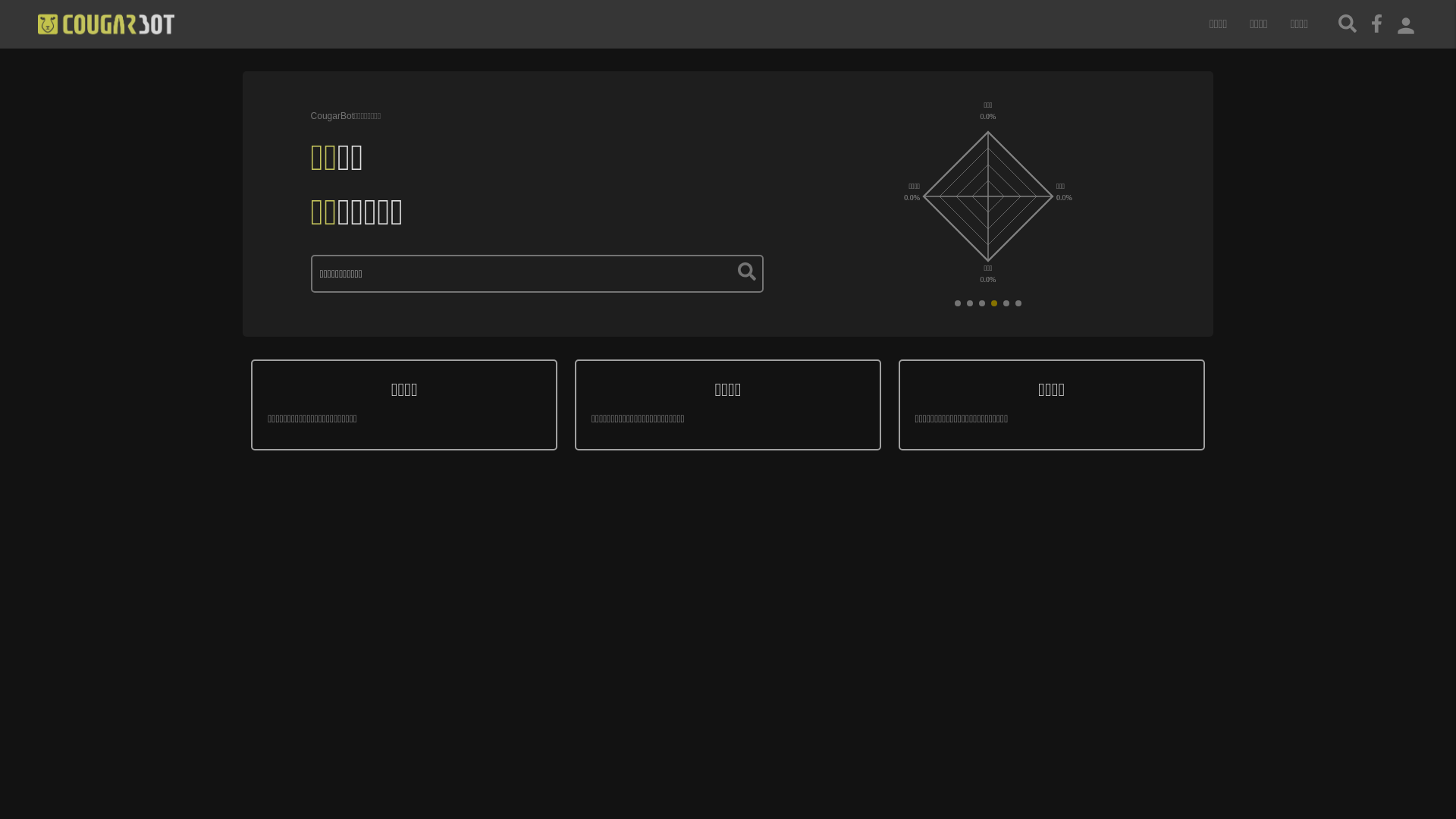  What do you see at coordinates (1404, 24) in the screenshot?
I see `'person'` at bounding box center [1404, 24].